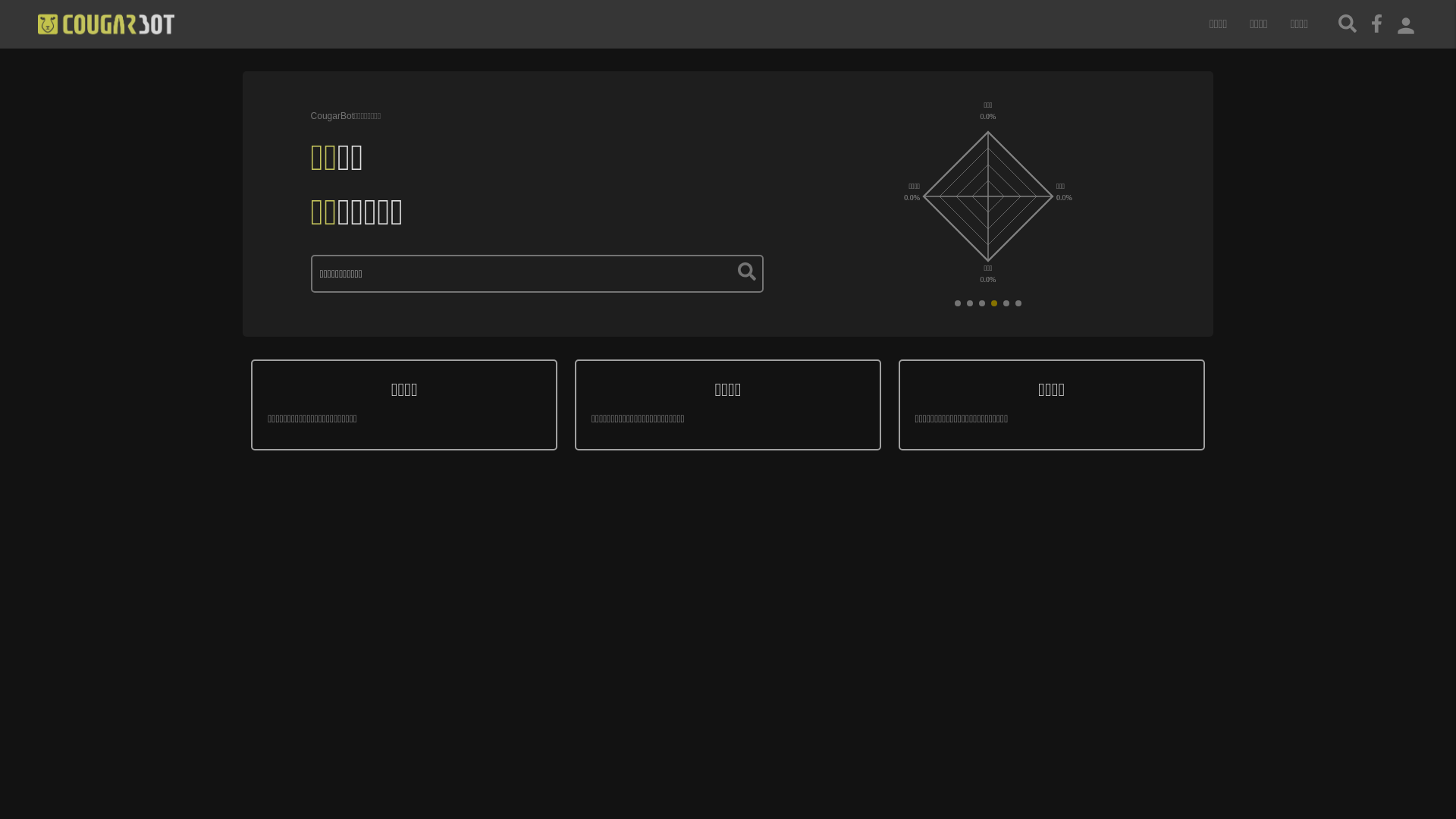  What do you see at coordinates (1404, 24) in the screenshot?
I see `'person'` at bounding box center [1404, 24].